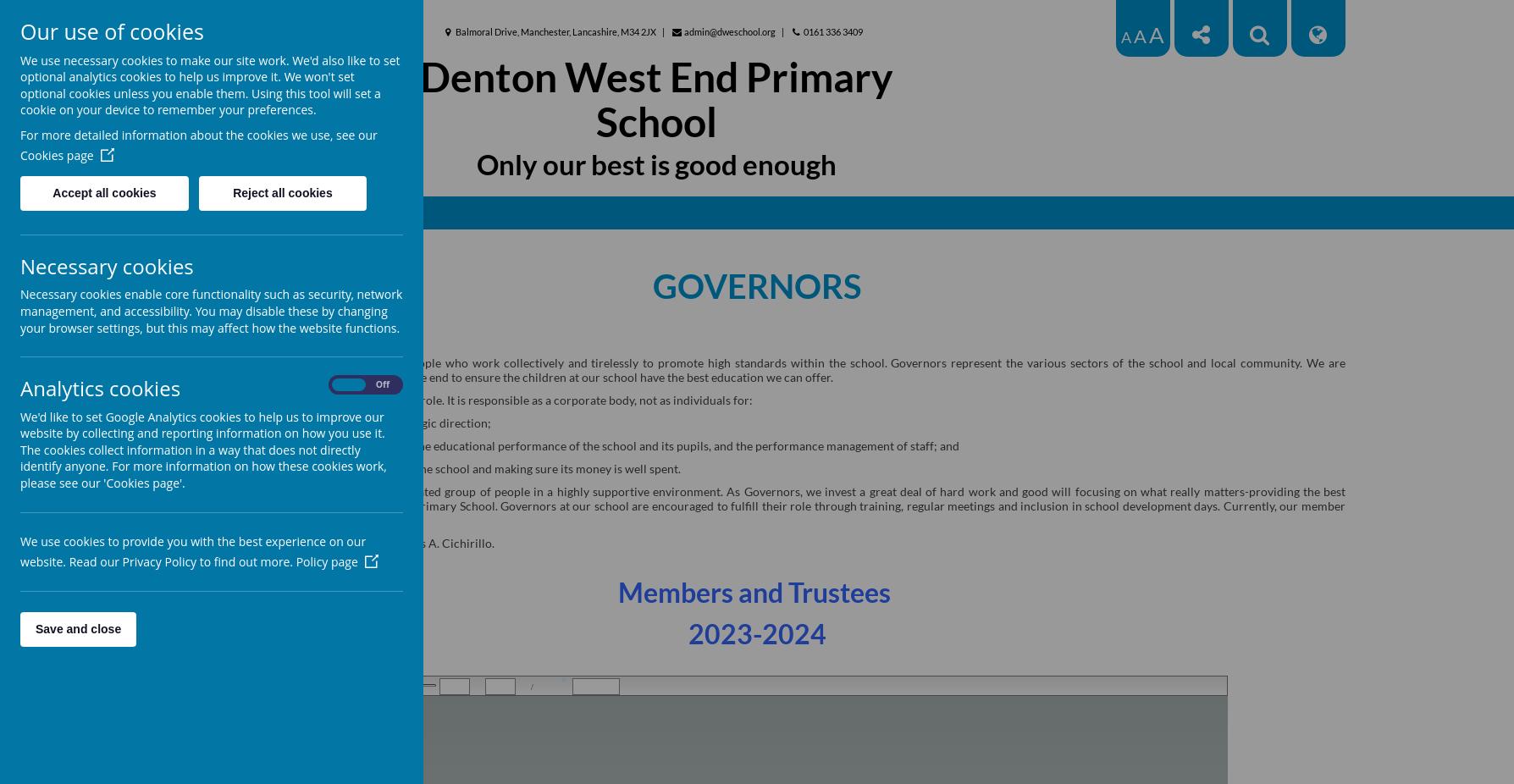  Describe the element at coordinates (757, 497) in the screenshot. I see `'the best education for every child at Denton West End Primary School. Governors at our school are encouraged to fulfill their role through training, regular'` at that location.